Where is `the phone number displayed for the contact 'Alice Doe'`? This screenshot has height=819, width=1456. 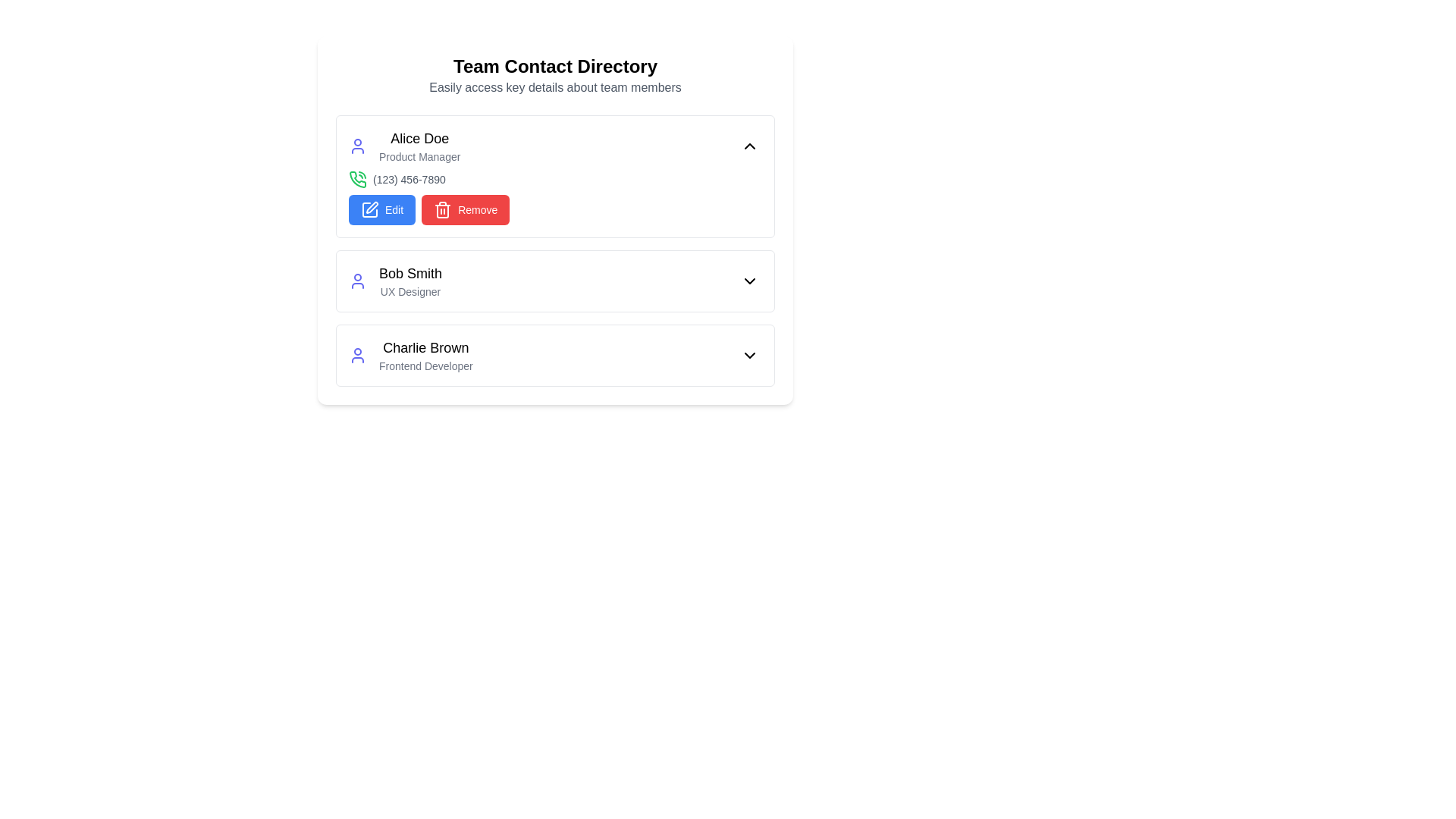 the phone number displayed for the contact 'Alice Doe' is located at coordinates (554, 178).